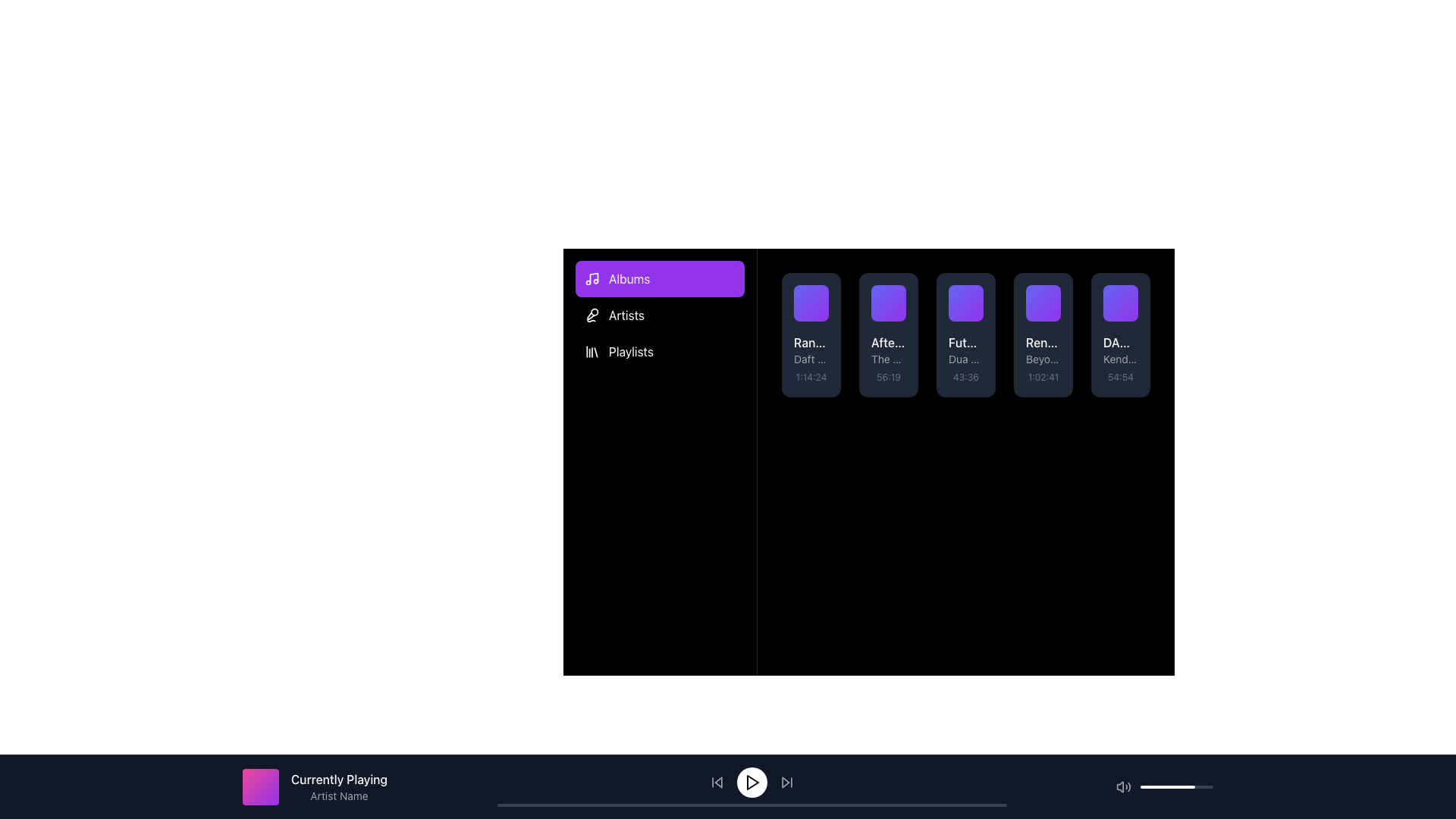 The height and width of the screenshot is (819, 1456). What do you see at coordinates (660, 278) in the screenshot?
I see `the first button in the vertical stack of navigational options on the left-hand sidebar` at bounding box center [660, 278].